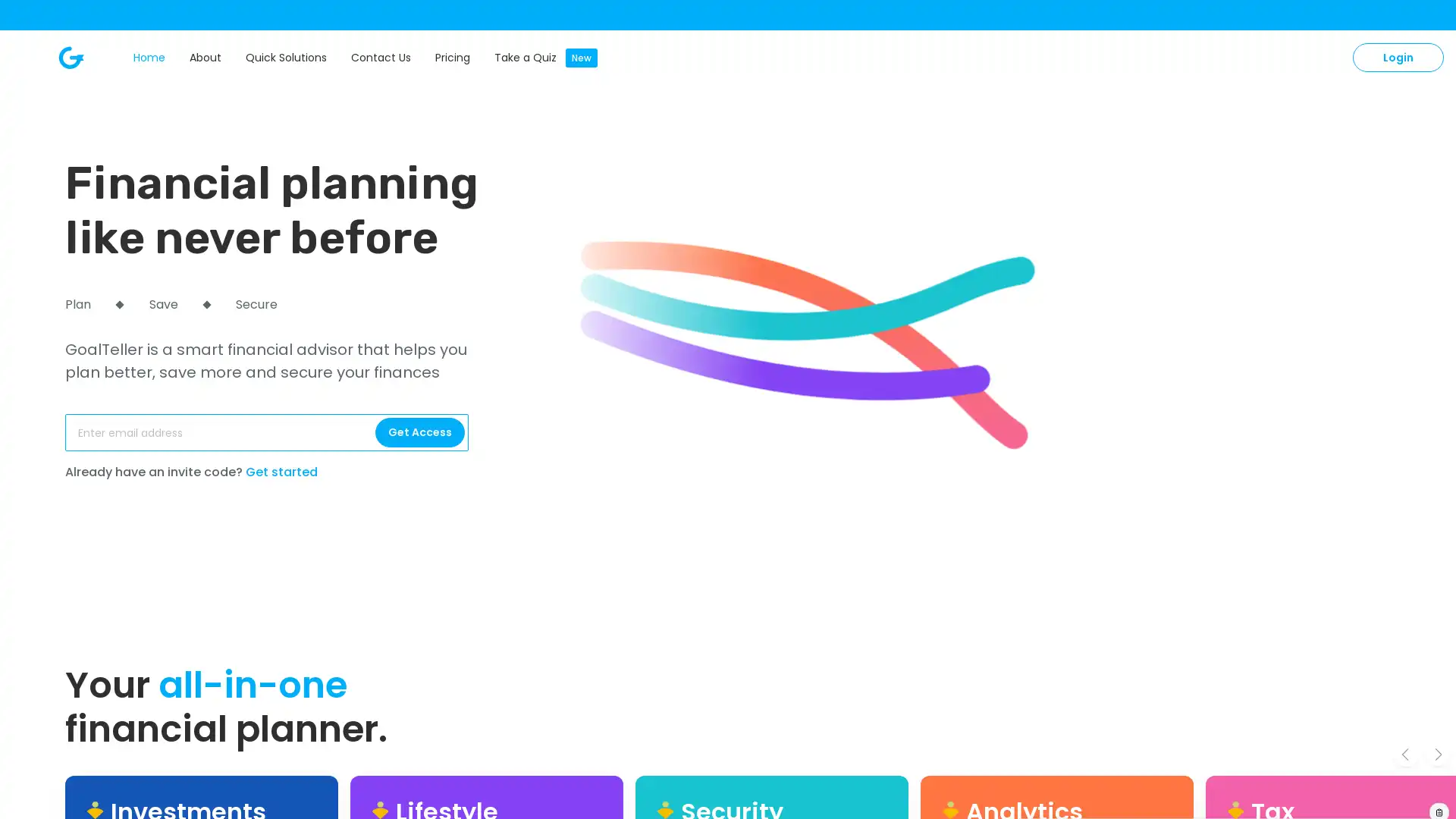 The height and width of the screenshot is (819, 1456). I want to click on Get Access, so click(419, 432).